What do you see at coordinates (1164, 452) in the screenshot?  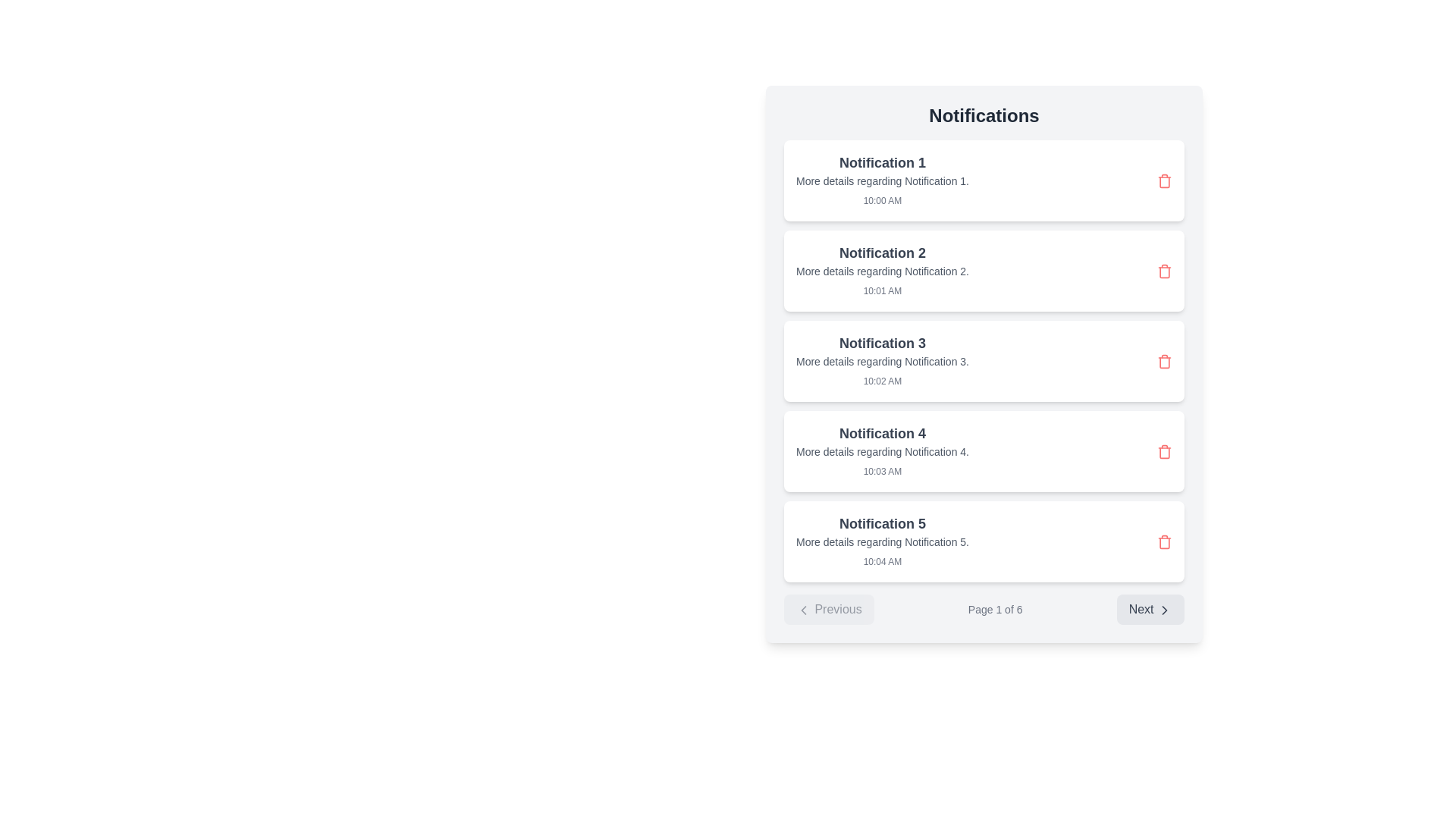 I see `the appearance of the trash icon located at the far right of 'Notification 4' in the list of notification cards` at bounding box center [1164, 452].